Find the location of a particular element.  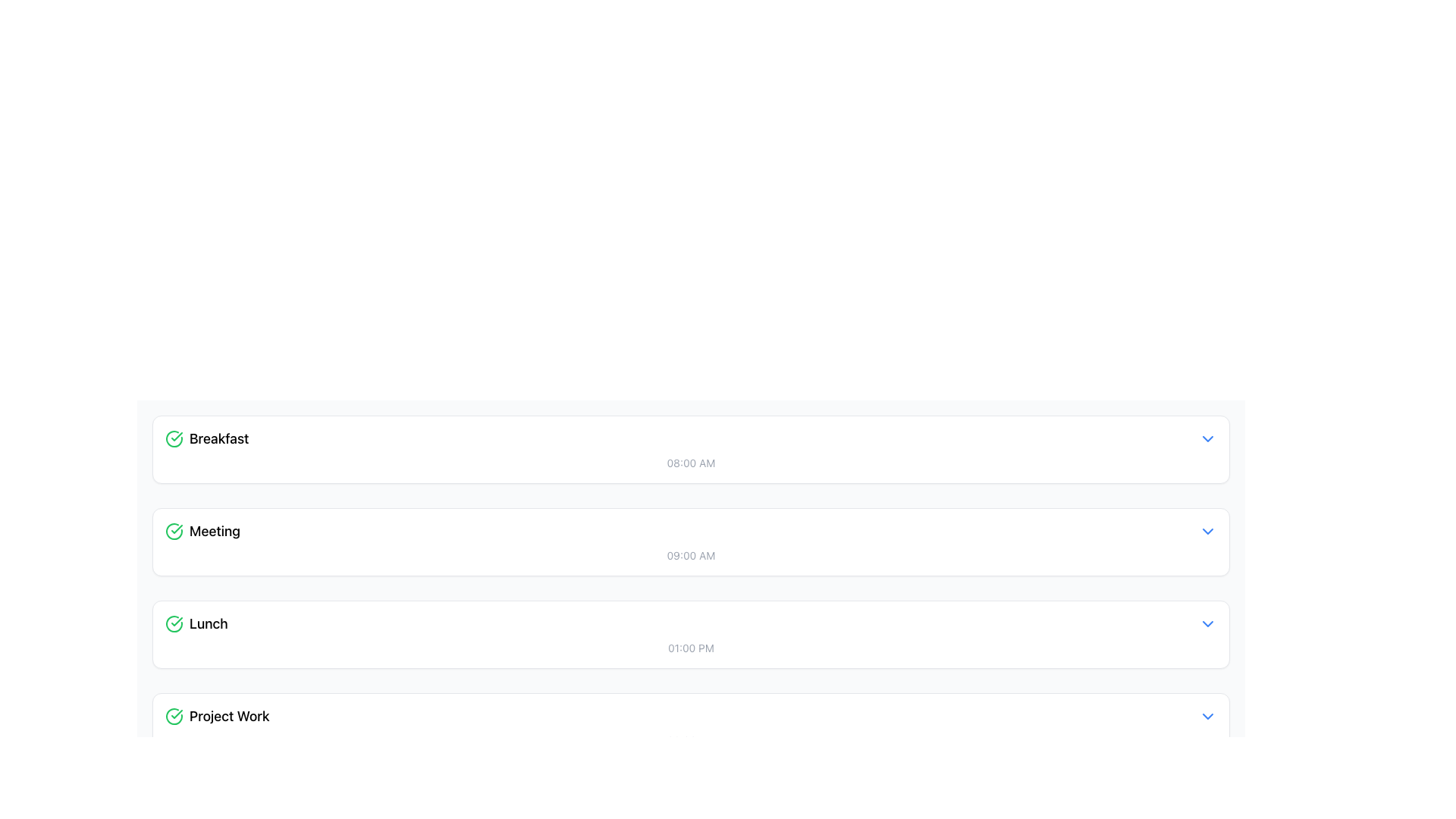

the Dropdown trigger button located at the far right of the 'Project Work' row is located at coordinates (1207, 717).